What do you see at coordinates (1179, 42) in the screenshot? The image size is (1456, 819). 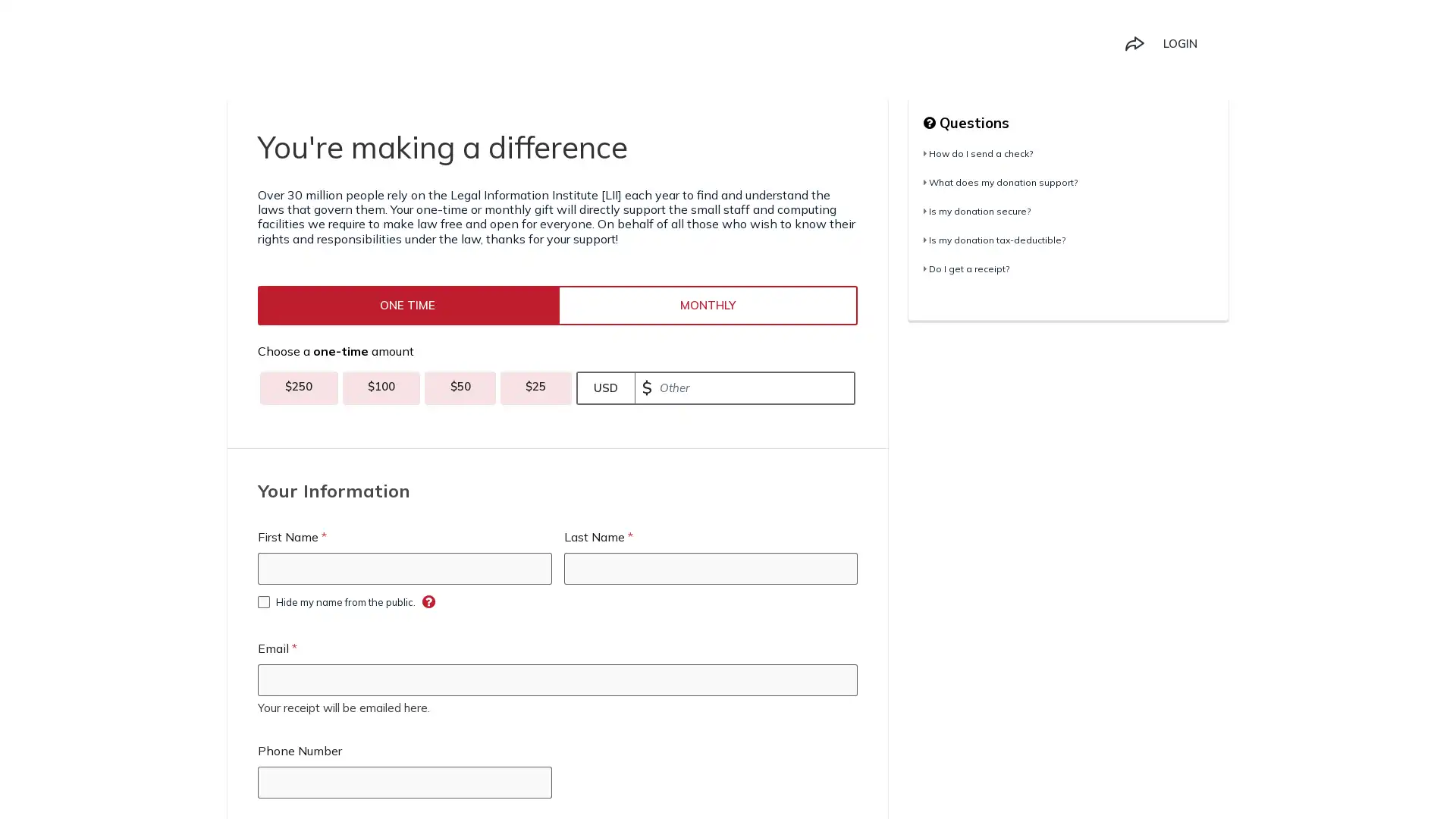 I see `LOGIN` at bounding box center [1179, 42].